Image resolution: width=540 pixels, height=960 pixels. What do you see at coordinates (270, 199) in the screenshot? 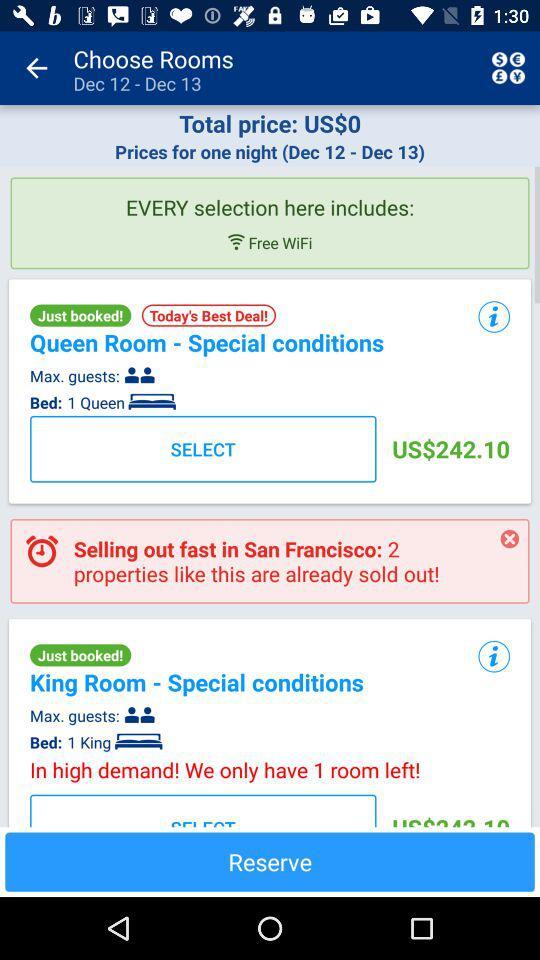
I see `the icon below prices for one icon` at bounding box center [270, 199].